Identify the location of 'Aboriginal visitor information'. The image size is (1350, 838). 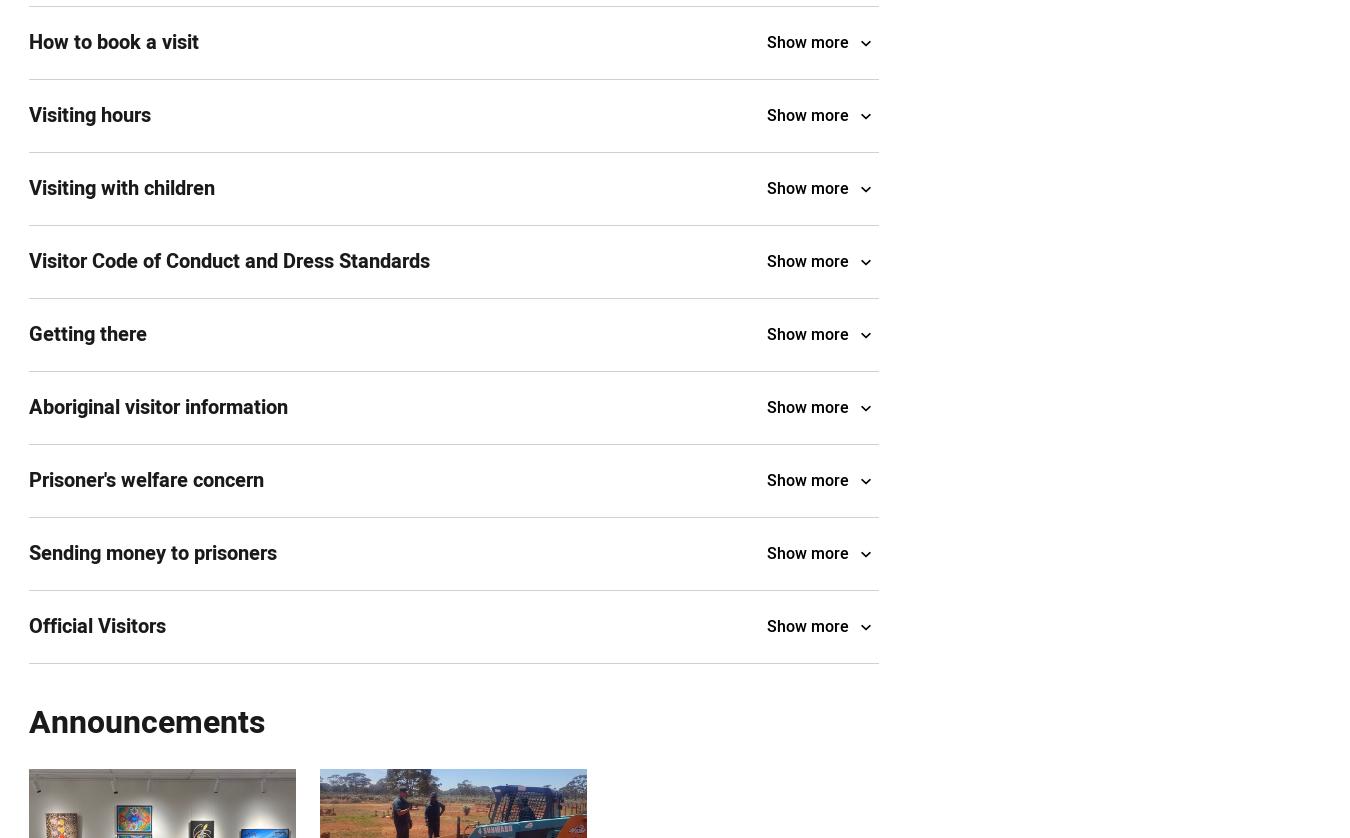
(28, 406).